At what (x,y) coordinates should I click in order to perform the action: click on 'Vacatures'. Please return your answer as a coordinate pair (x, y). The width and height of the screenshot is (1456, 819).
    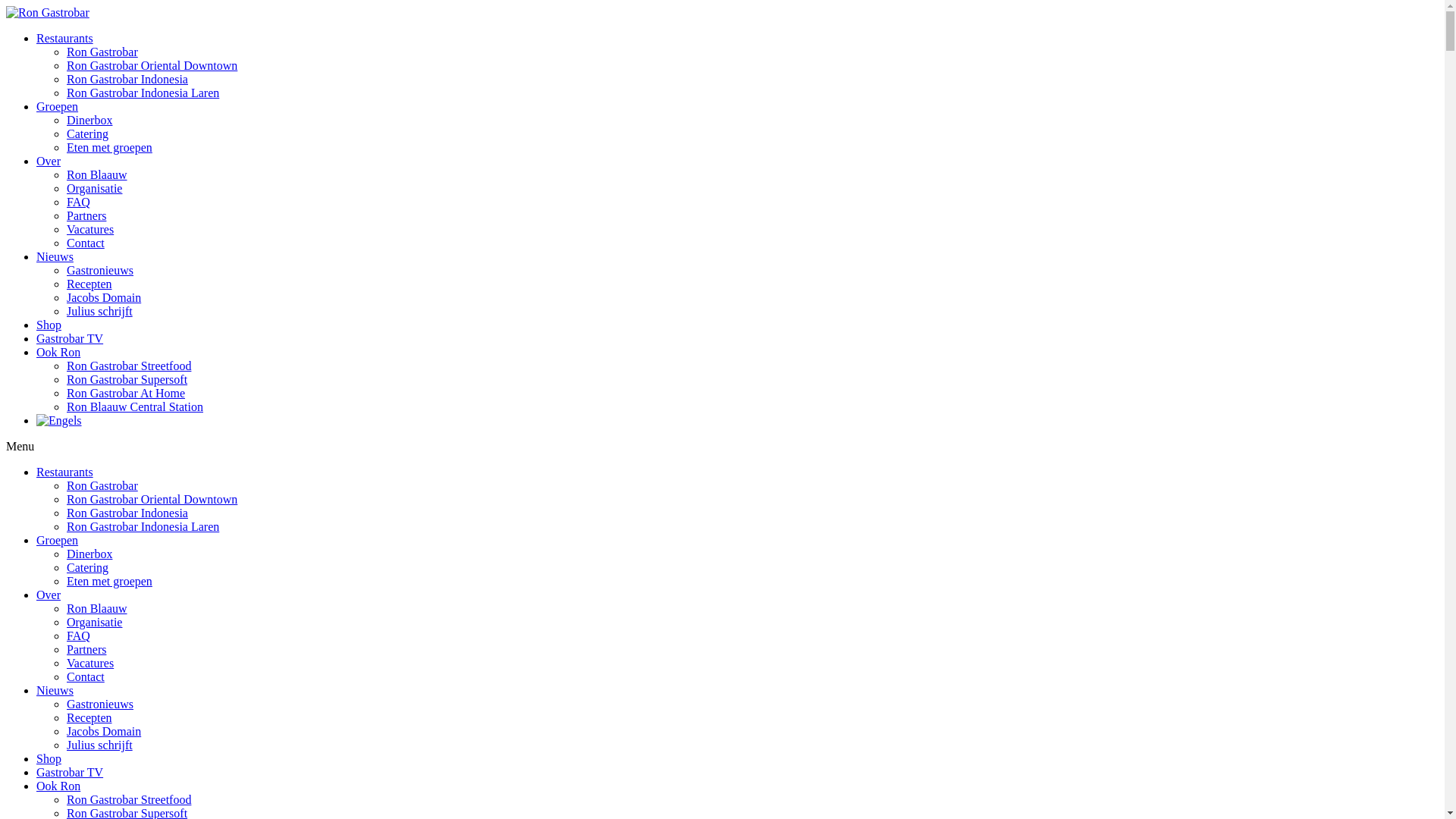
    Looking at the image, I should click on (89, 662).